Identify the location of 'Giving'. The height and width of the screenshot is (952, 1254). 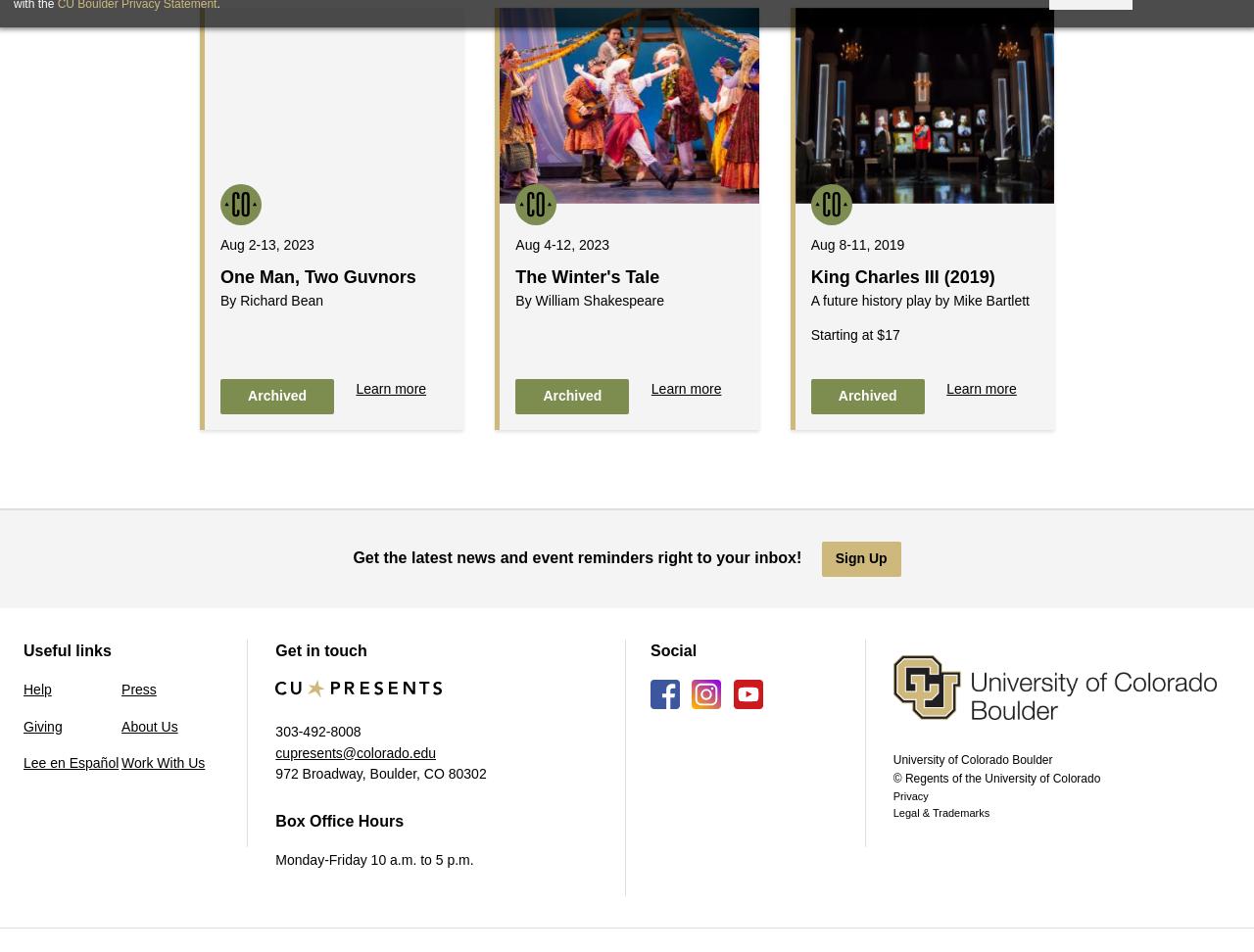
(42, 725).